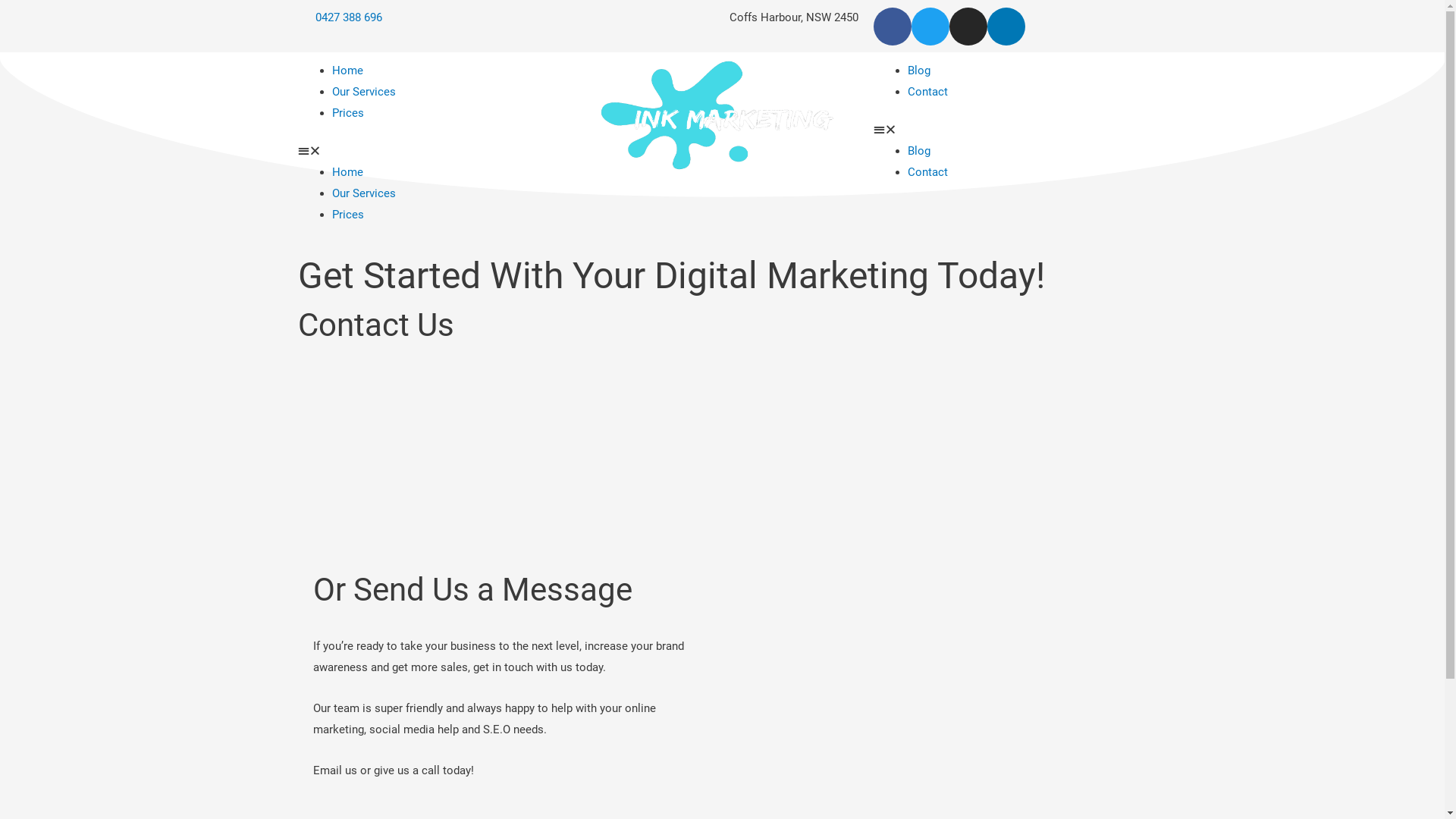 This screenshot has height=819, width=1456. Describe the element at coordinates (918, 70) in the screenshot. I see `'Blog'` at that location.